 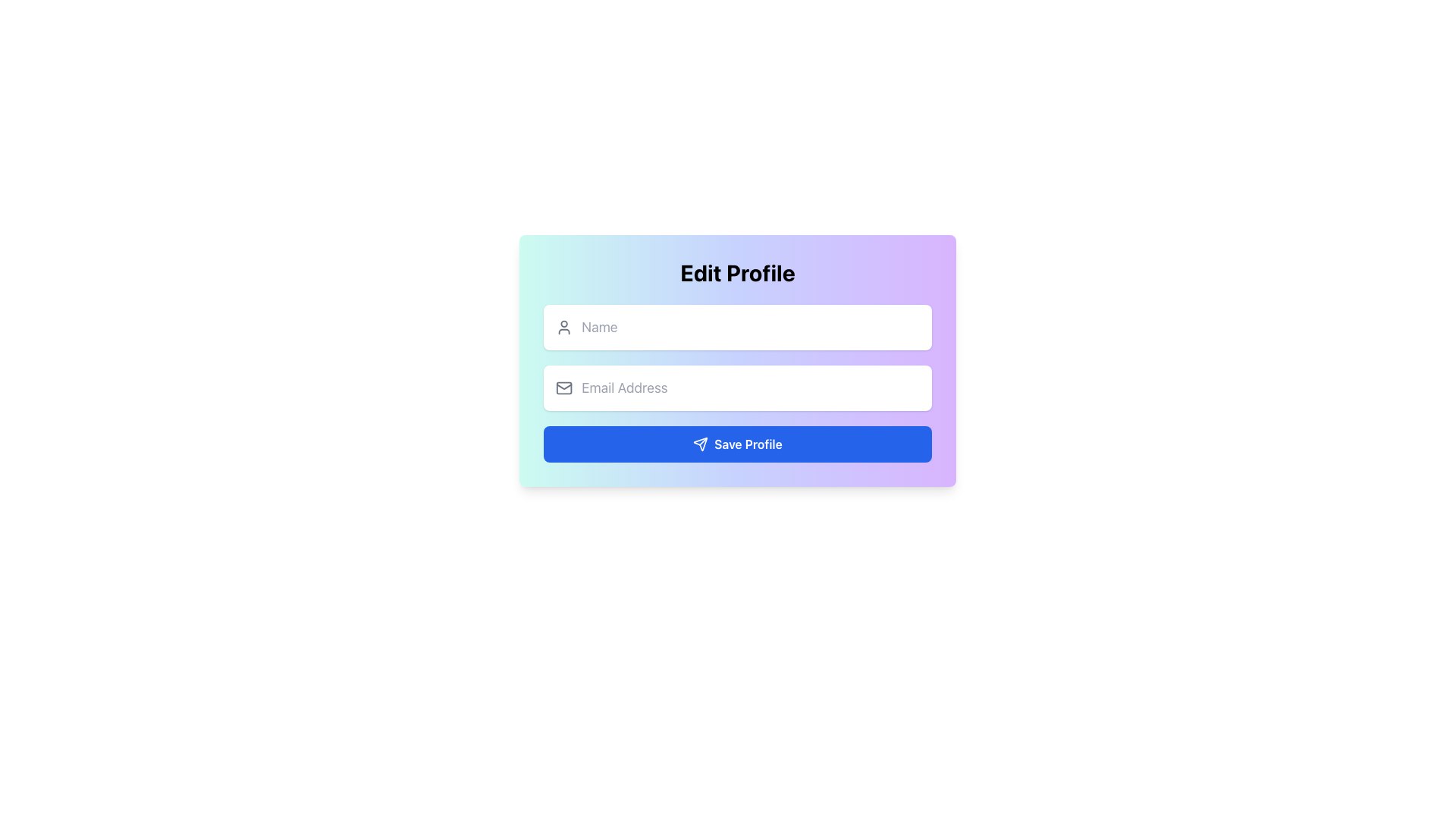 What do you see at coordinates (563, 388) in the screenshot?
I see `the envelope-shaped icon with a gray outline, located to the left of the 'Email Address' input field in the 'Edit Profile' section of the form` at bounding box center [563, 388].